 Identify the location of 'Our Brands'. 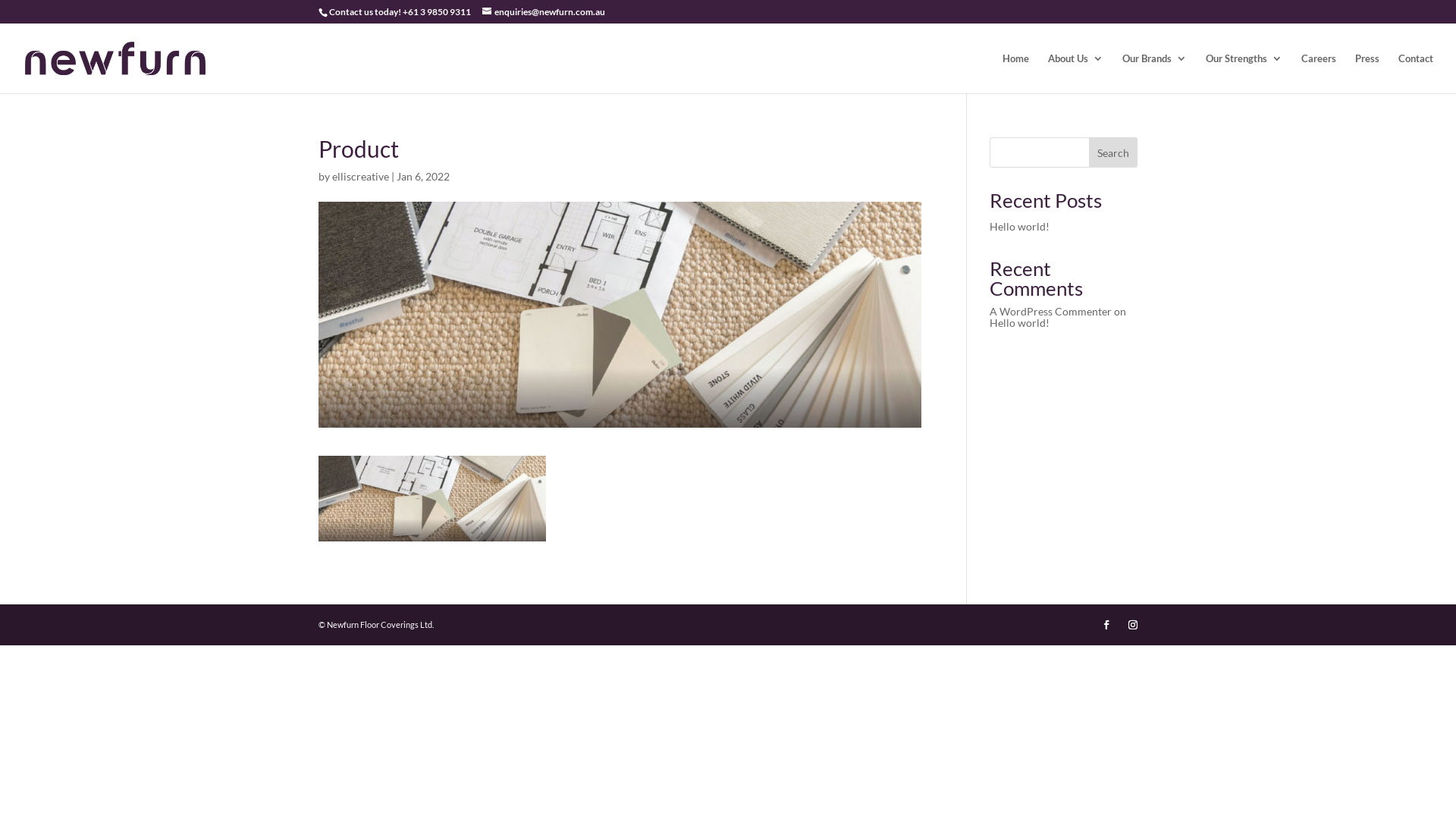
(1153, 73).